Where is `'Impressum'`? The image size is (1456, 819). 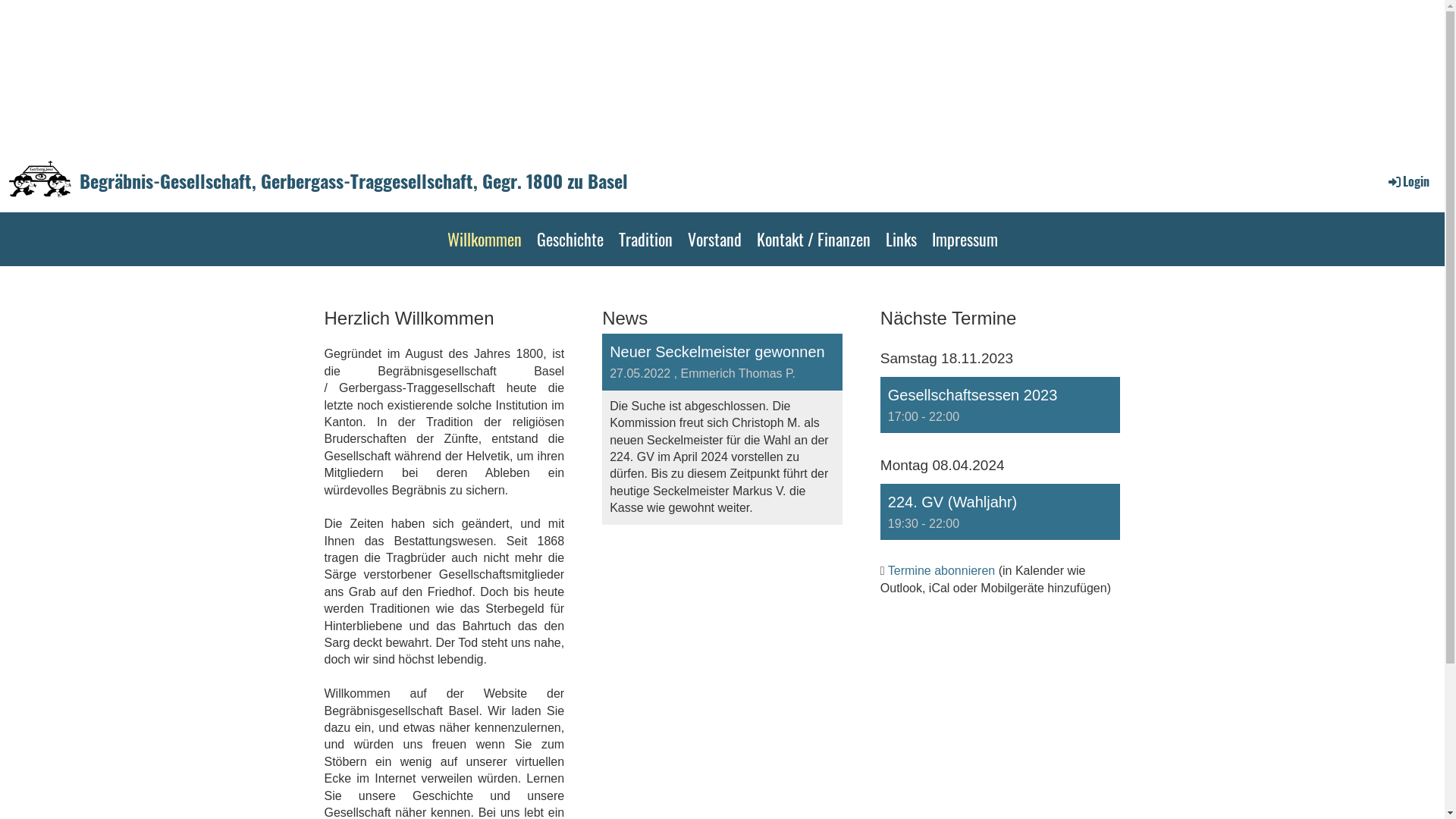 'Impressum' is located at coordinates (963, 239).